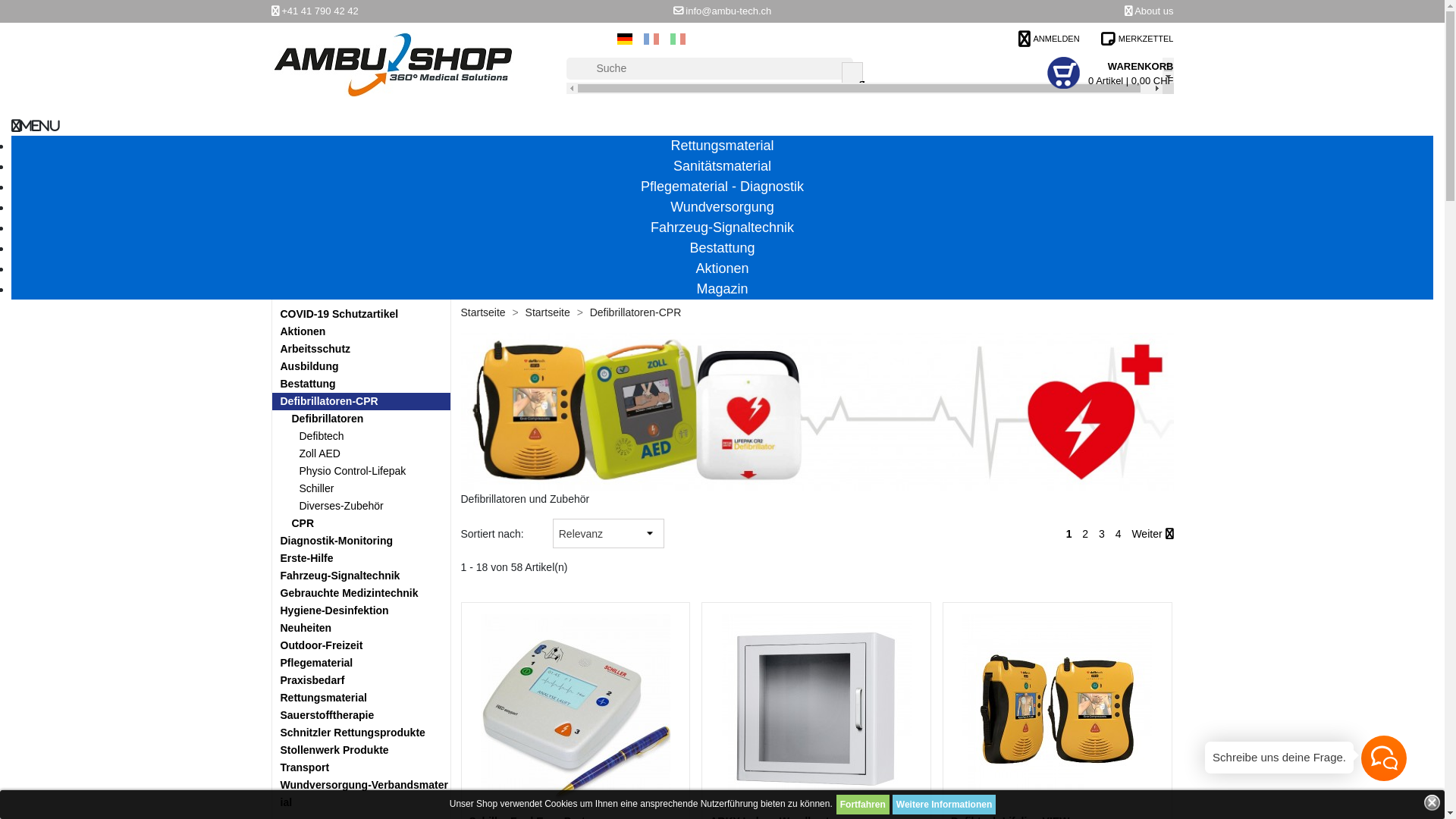 This screenshot has width=1456, height=819. I want to click on 'MENU', so click(36, 125).